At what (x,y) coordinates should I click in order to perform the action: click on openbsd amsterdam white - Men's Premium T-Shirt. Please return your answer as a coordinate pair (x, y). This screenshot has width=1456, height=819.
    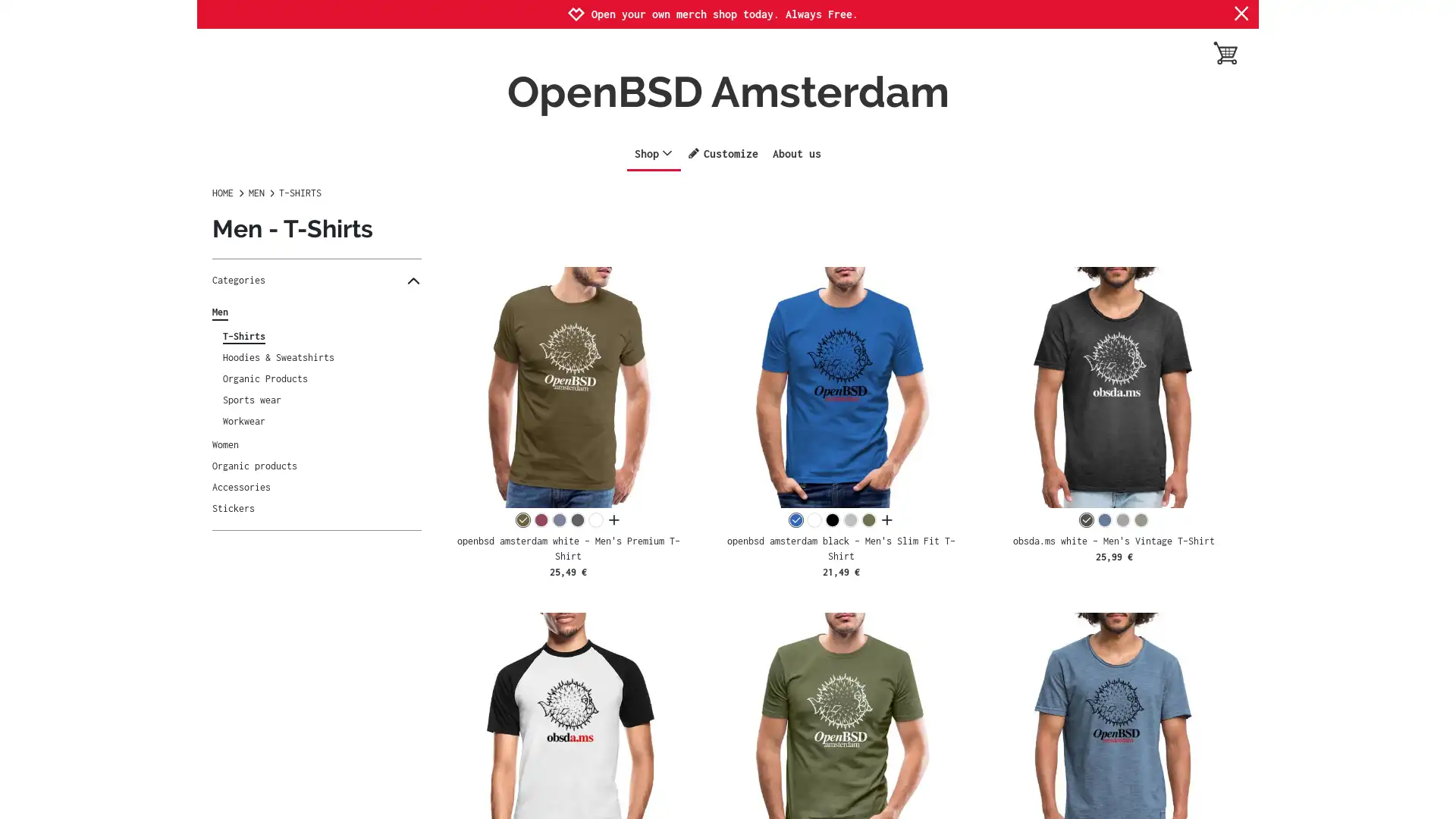
    Looking at the image, I should click on (567, 386).